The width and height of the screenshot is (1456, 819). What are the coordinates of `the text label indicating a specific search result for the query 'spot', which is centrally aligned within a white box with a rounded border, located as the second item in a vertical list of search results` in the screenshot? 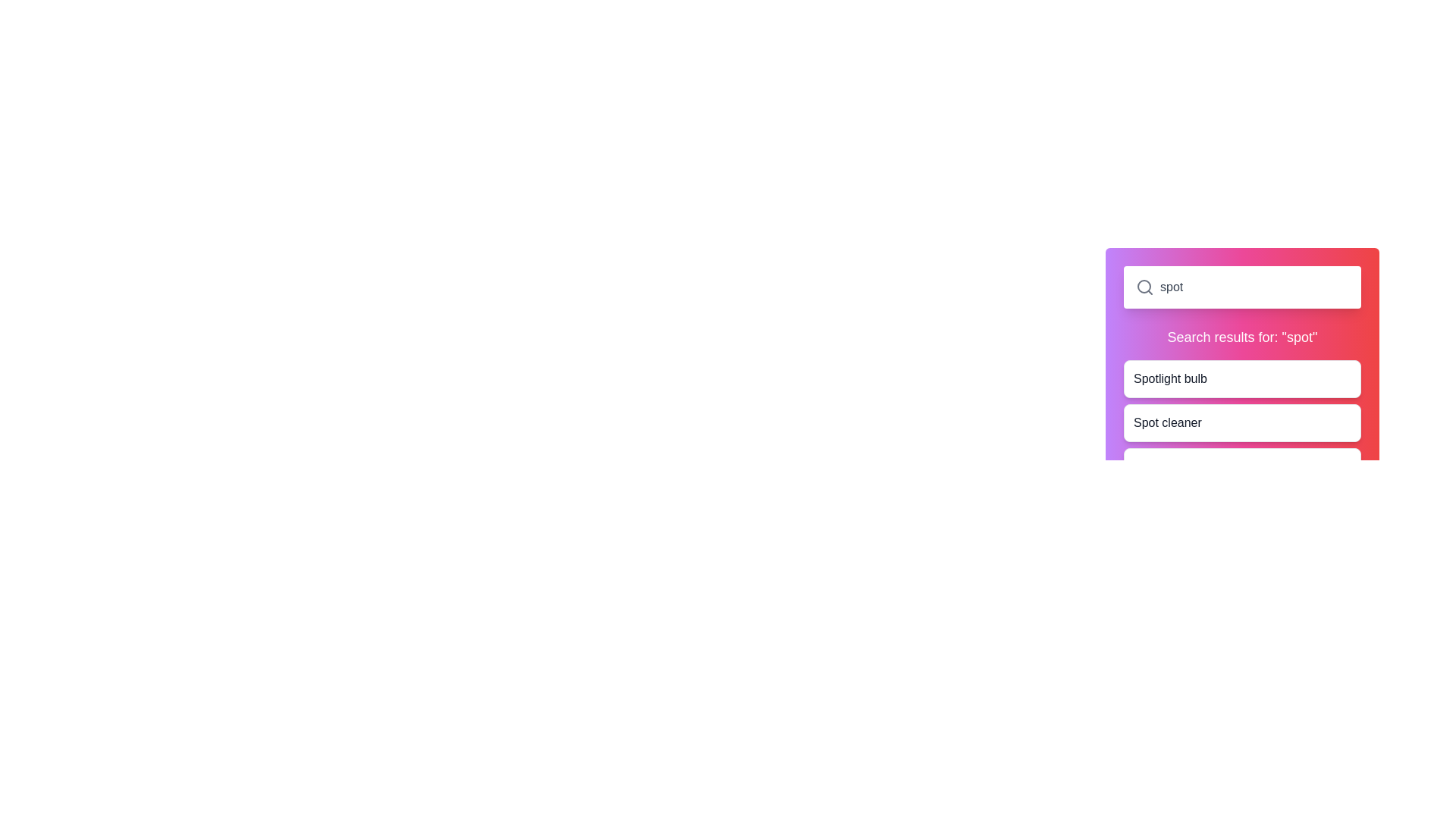 It's located at (1166, 423).